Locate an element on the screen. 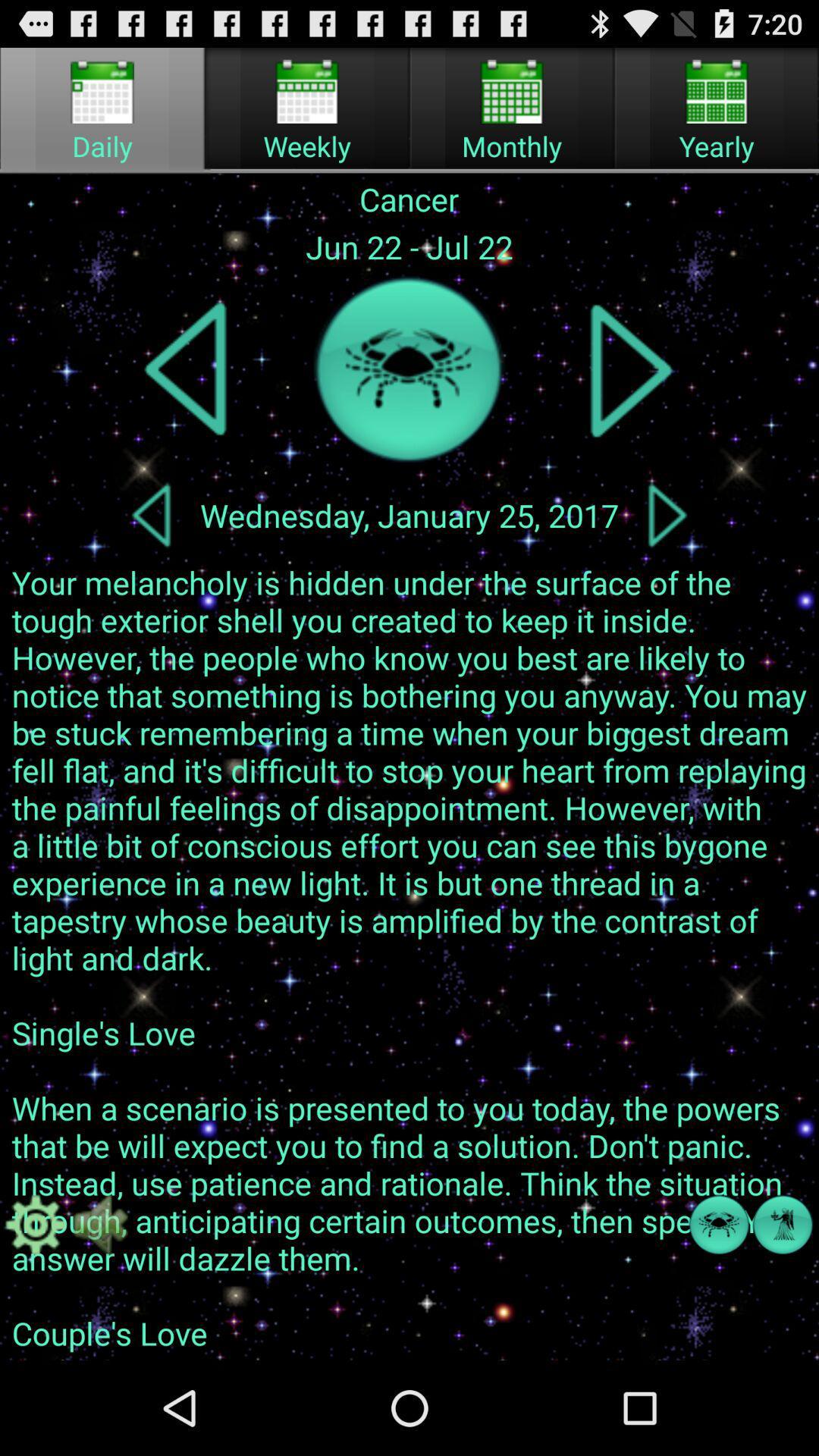 Image resolution: width=819 pixels, height=1456 pixels. next is located at coordinates (631, 369).